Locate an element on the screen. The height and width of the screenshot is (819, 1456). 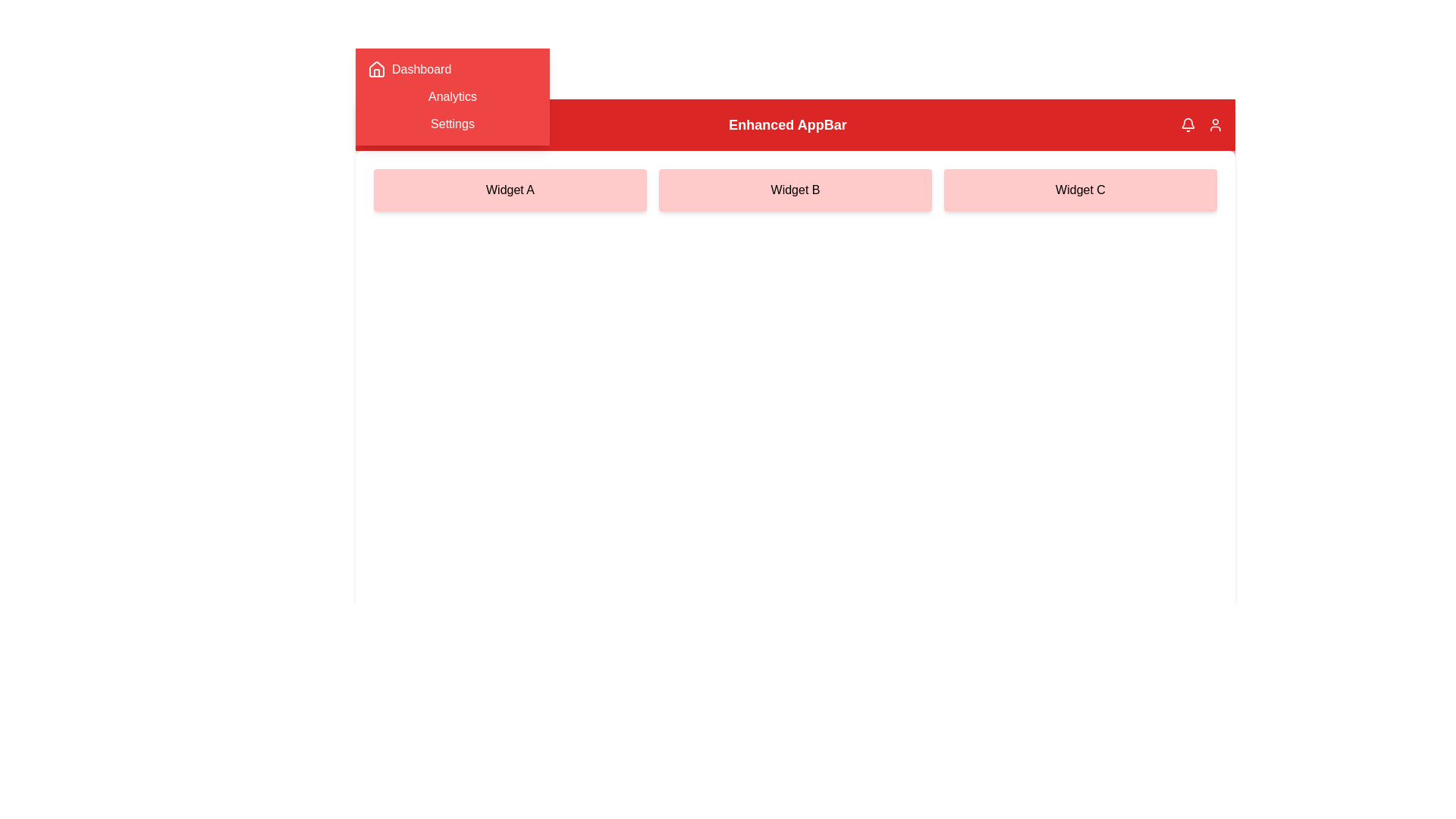
the user in the AppBar is located at coordinates (1216, 124).